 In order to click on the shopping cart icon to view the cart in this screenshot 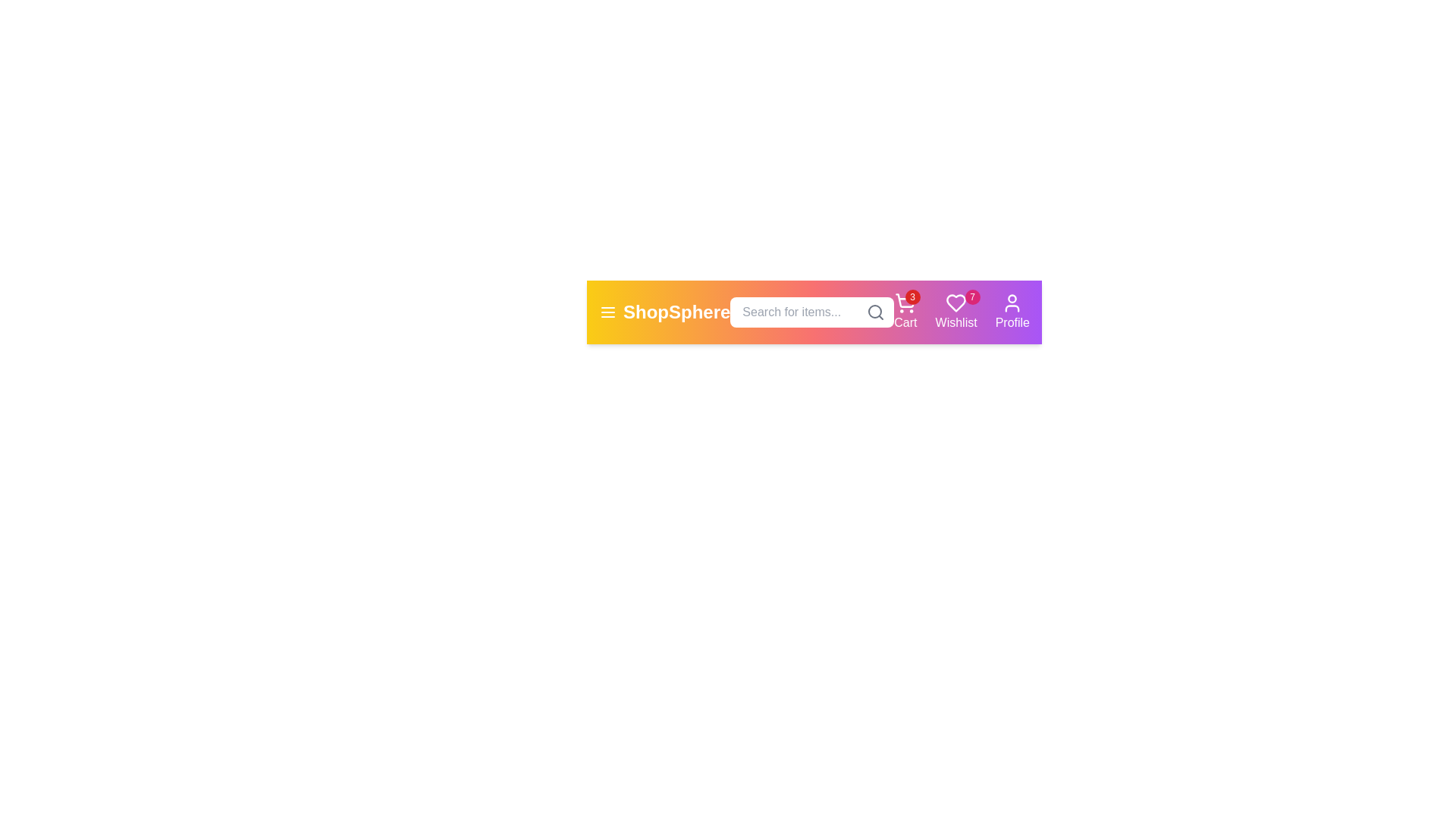, I will do `click(905, 312)`.